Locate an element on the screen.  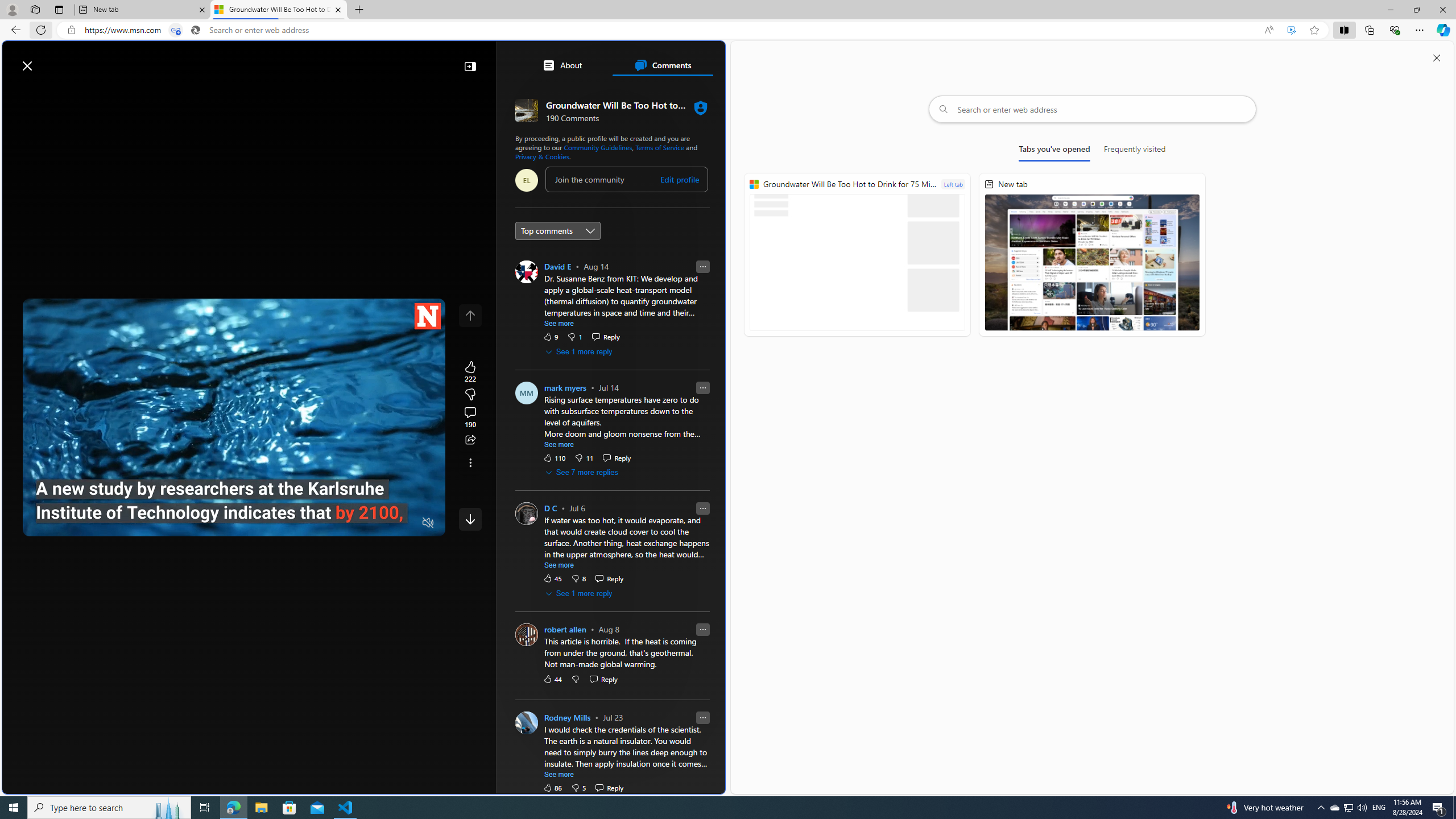
'See 7 more replies' is located at coordinates (582, 473).